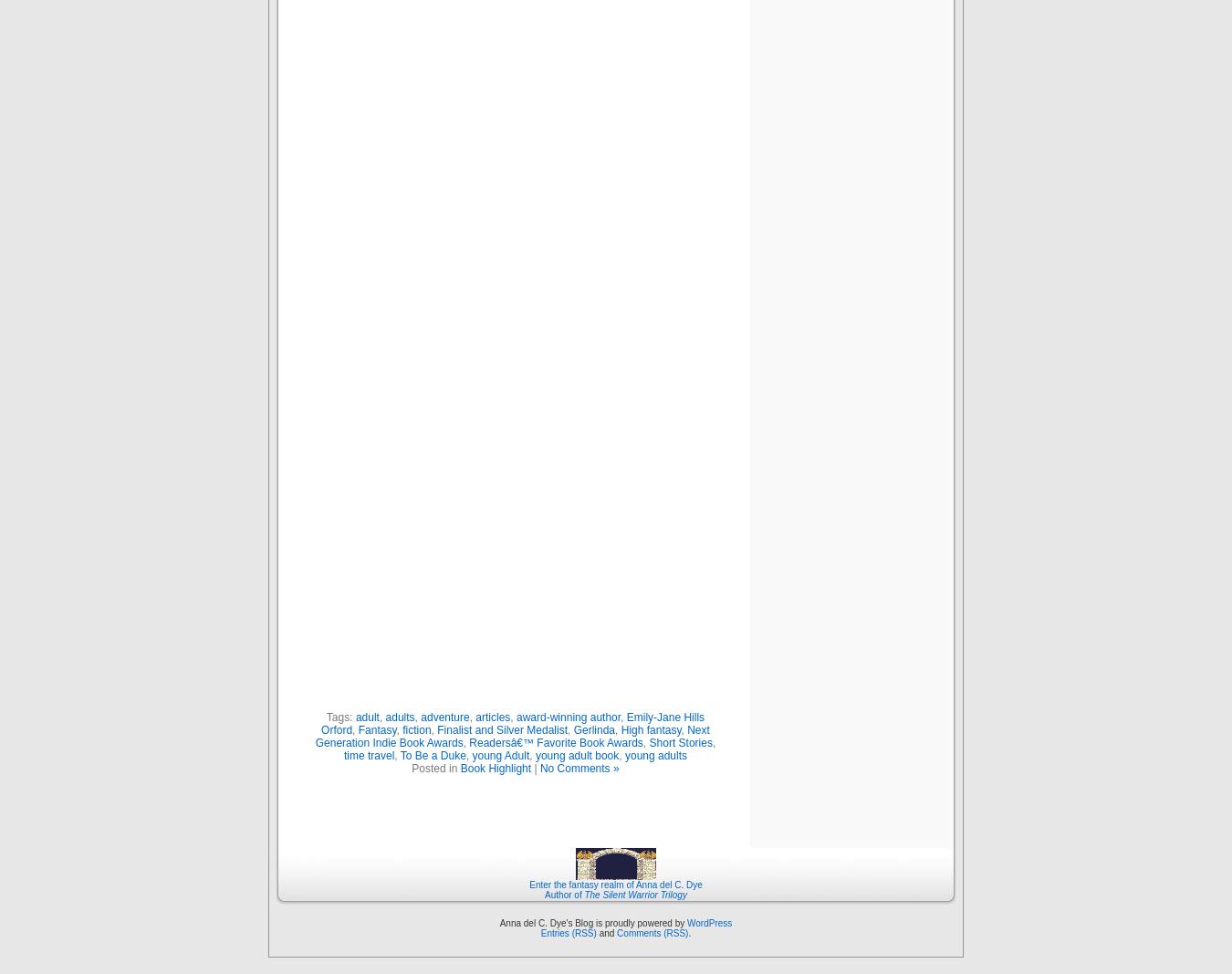 This screenshot has height=974, width=1232. I want to click on 'young Adult', so click(499, 754).